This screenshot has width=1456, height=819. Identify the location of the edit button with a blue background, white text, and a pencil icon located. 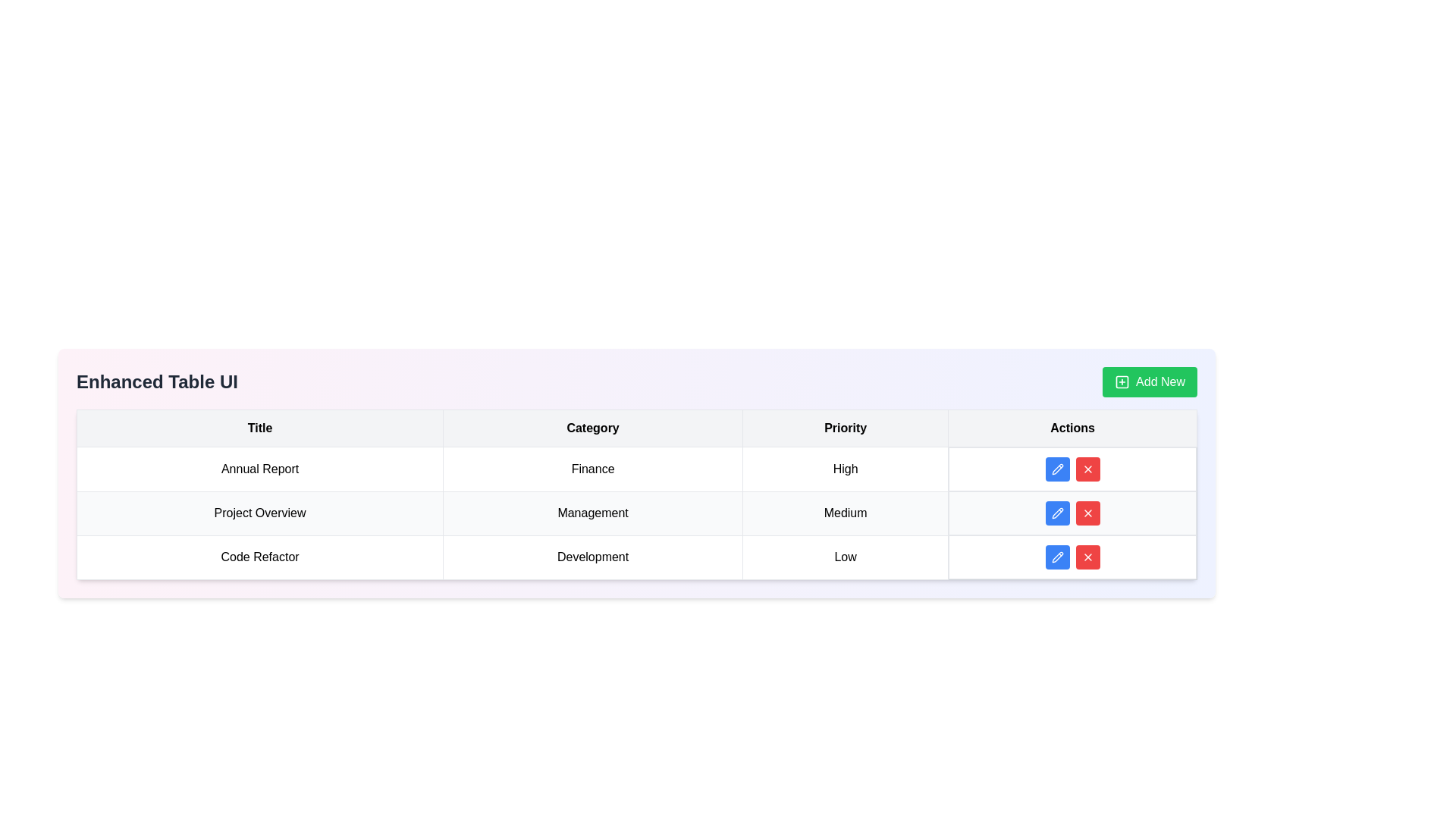
(1056, 513).